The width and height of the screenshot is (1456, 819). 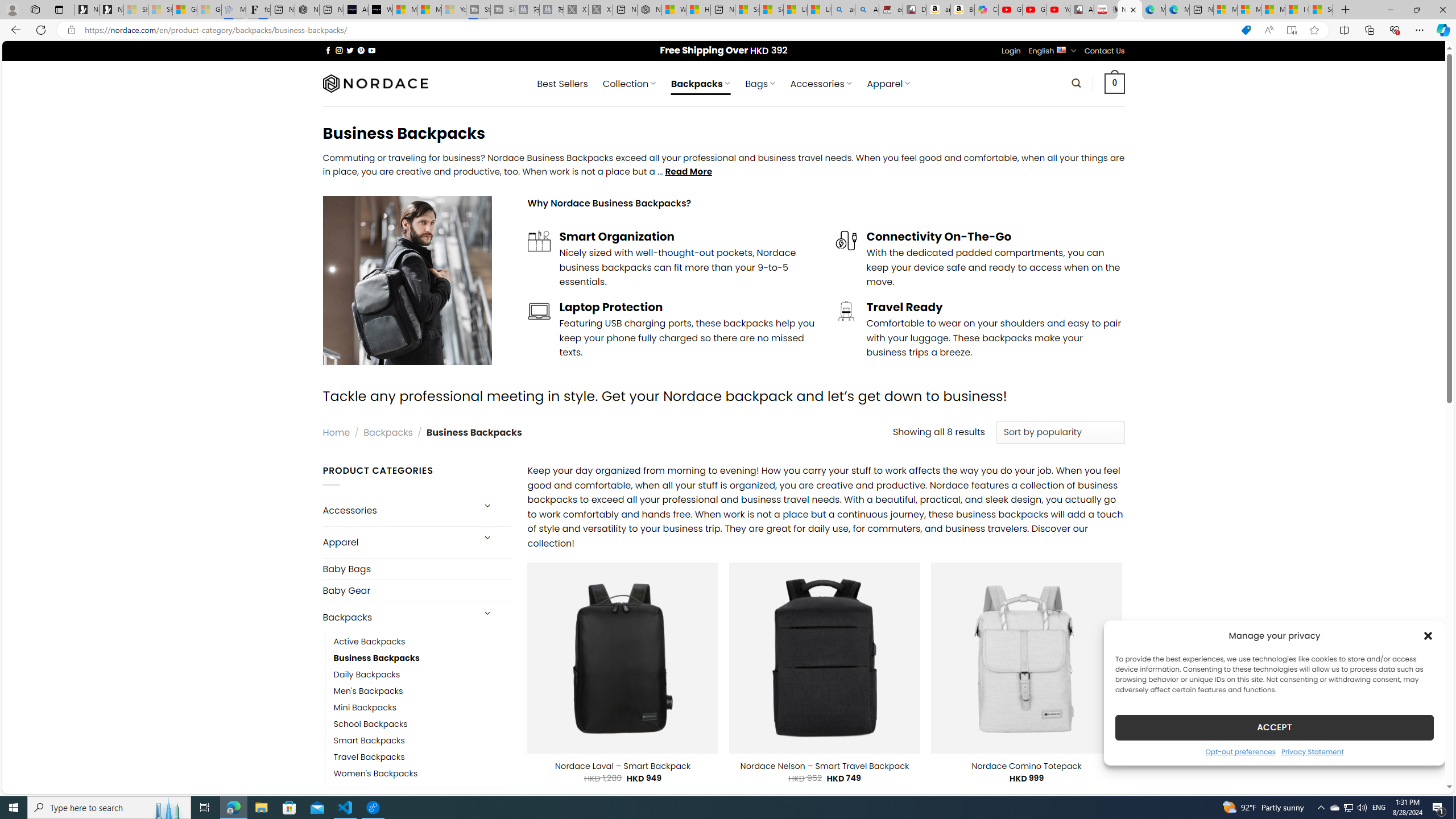 What do you see at coordinates (1291, 30) in the screenshot?
I see `'Enter Immersive Reader (F9)'` at bounding box center [1291, 30].